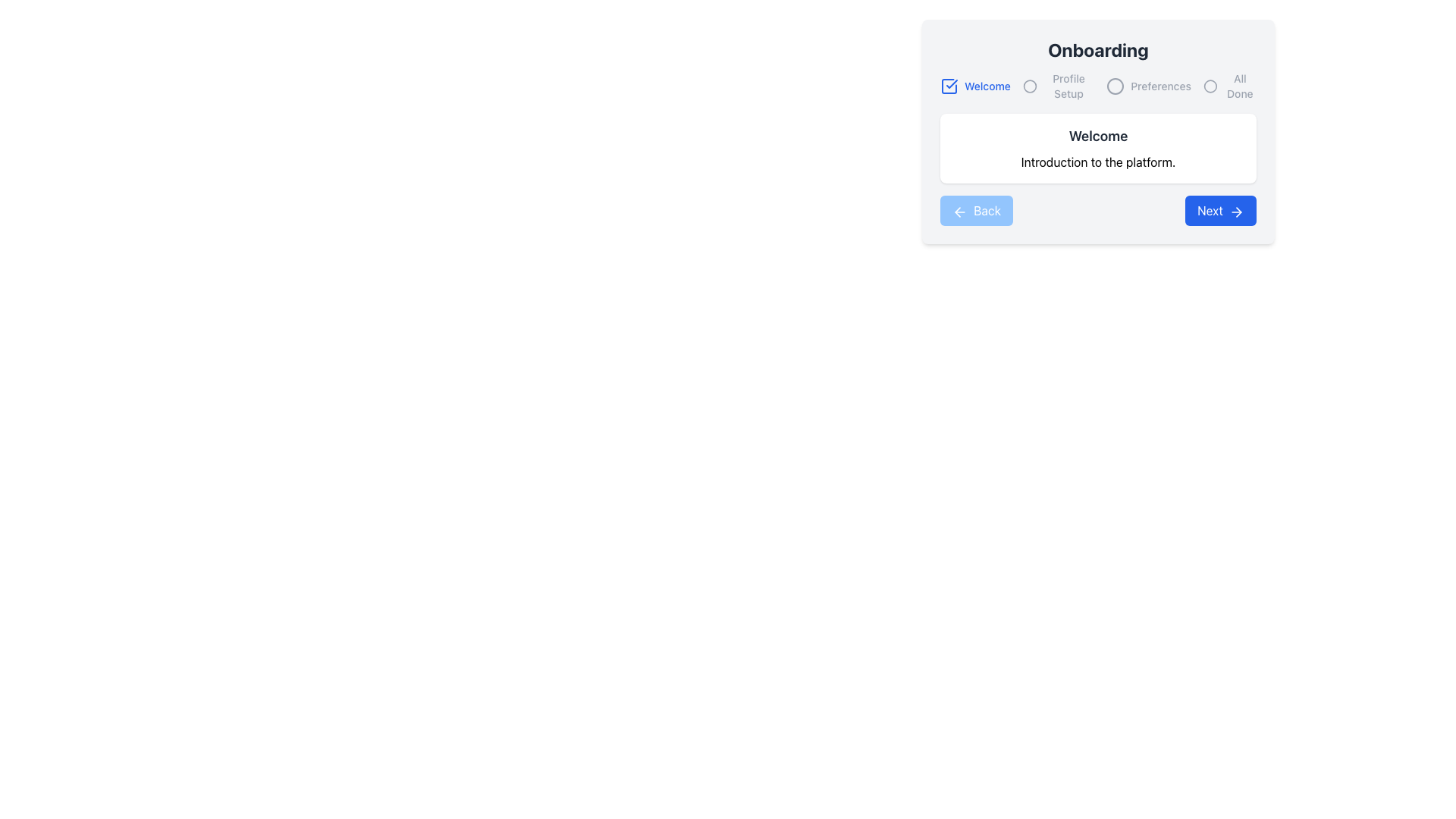 The image size is (1456, 819). Describe the element at coordinates (1098, 162) in the screenshot. I see `the descriptive text element located at the center of the 'Welcome' card, which explains the card's purpose in the onboarding interface` at that location.